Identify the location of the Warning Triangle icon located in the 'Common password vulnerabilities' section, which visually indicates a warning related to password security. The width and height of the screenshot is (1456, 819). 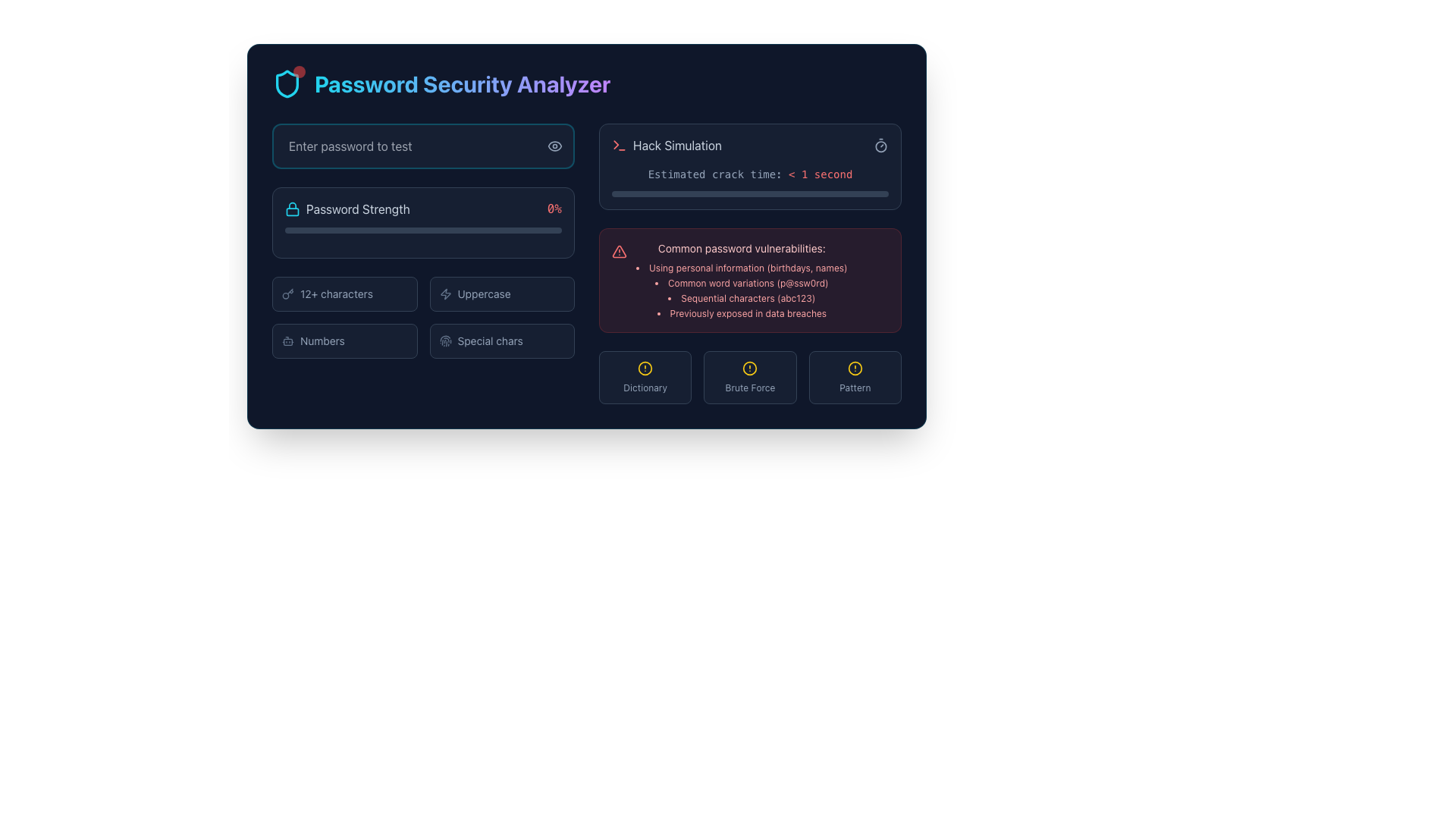
(619, 250).